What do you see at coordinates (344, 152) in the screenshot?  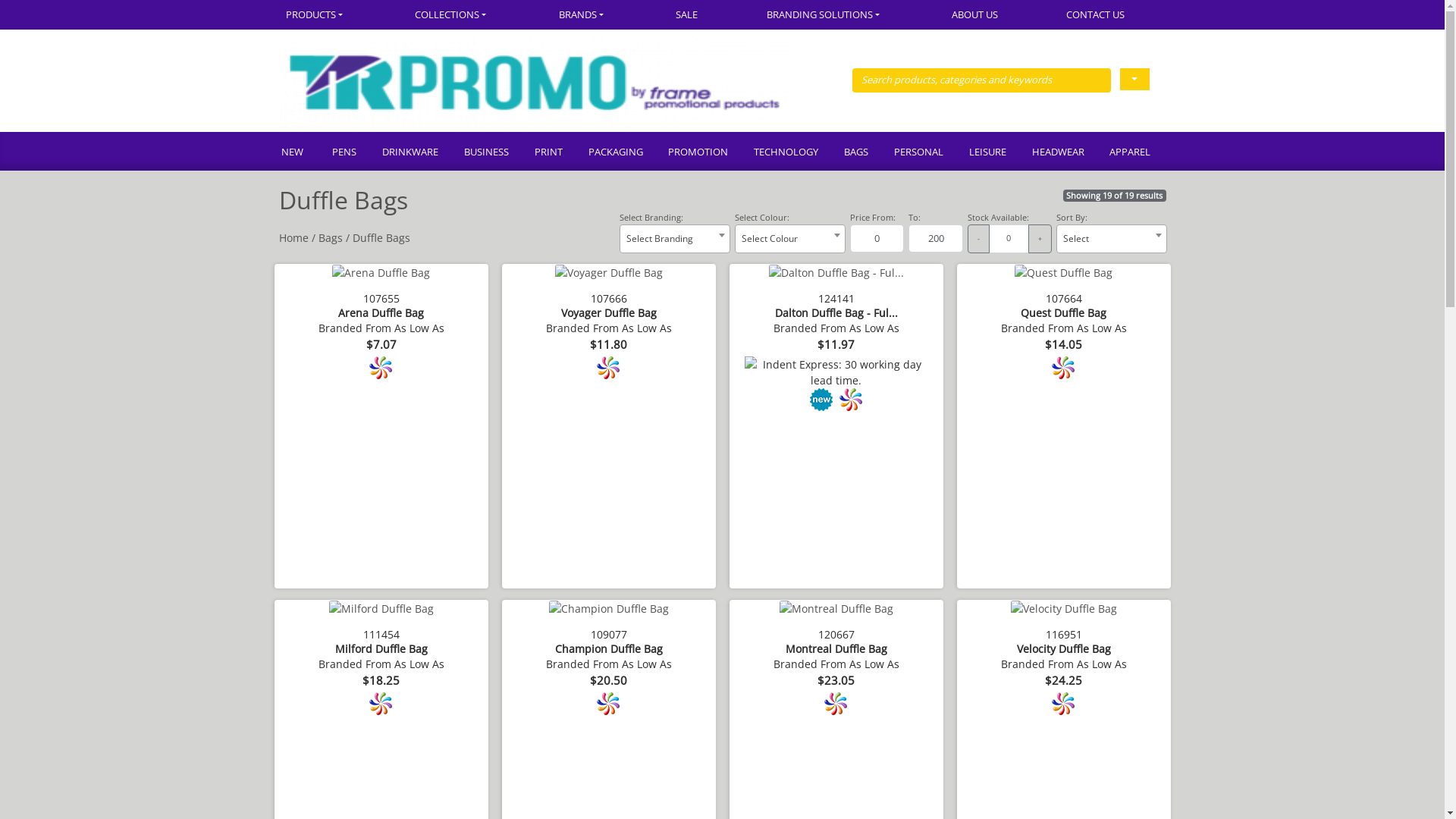 I see `'PENS'` at bounding box center [344, 152].